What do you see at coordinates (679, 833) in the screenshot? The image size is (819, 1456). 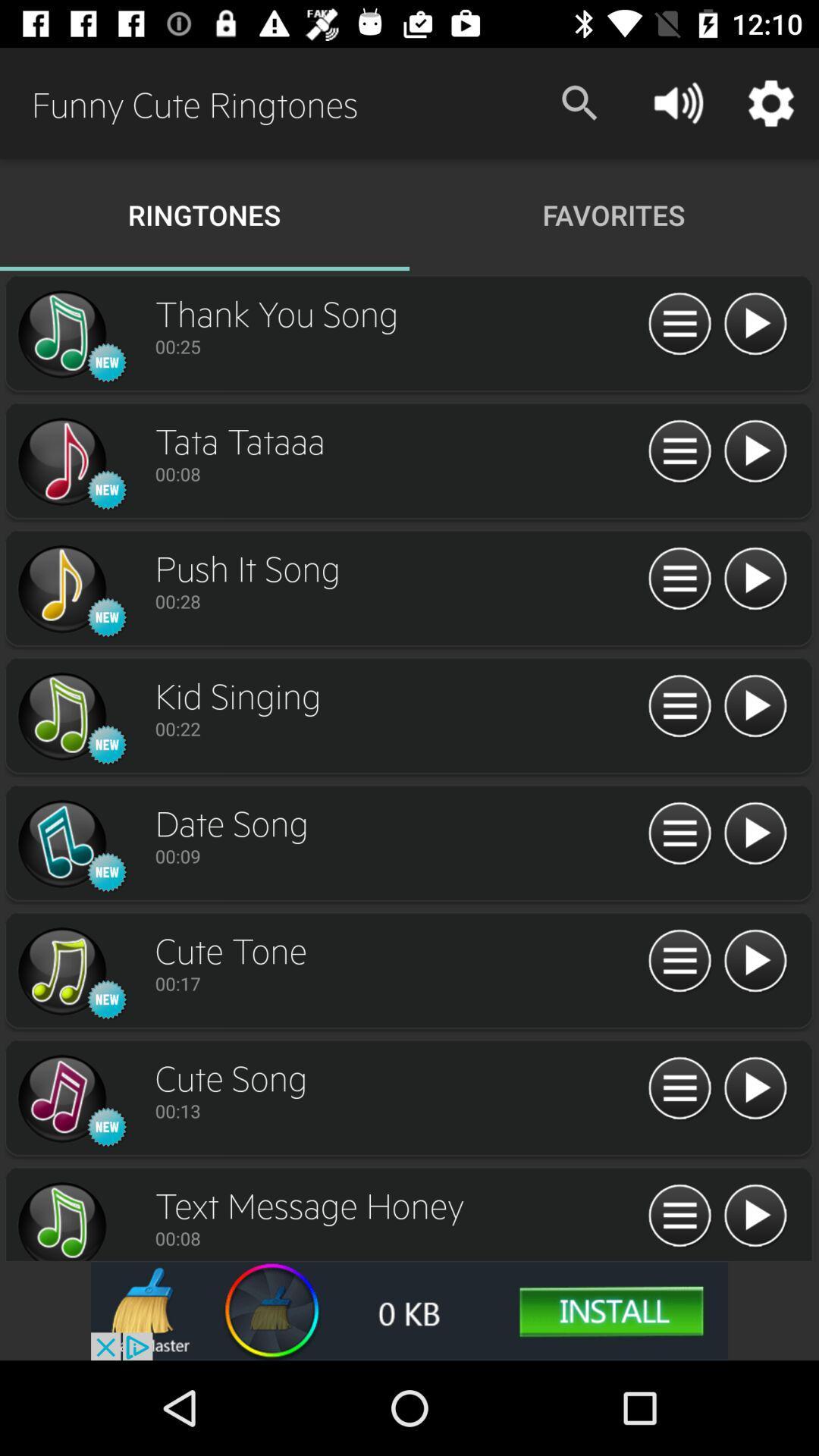 I see `menu page` at bounding box center [679, 833].